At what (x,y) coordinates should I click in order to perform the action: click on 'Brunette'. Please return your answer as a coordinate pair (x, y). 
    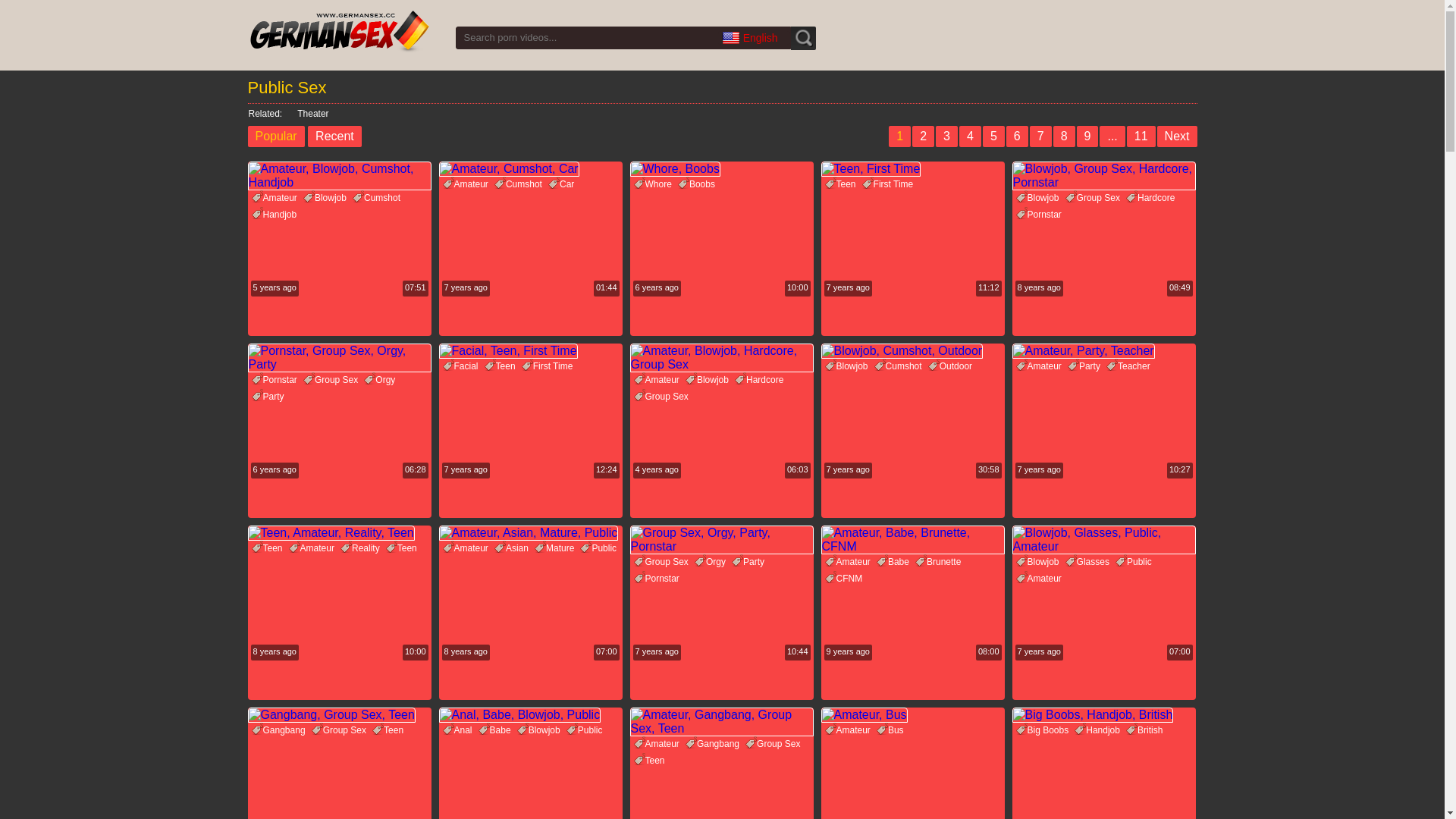
    Looking at the image, I should click on (939, 561).